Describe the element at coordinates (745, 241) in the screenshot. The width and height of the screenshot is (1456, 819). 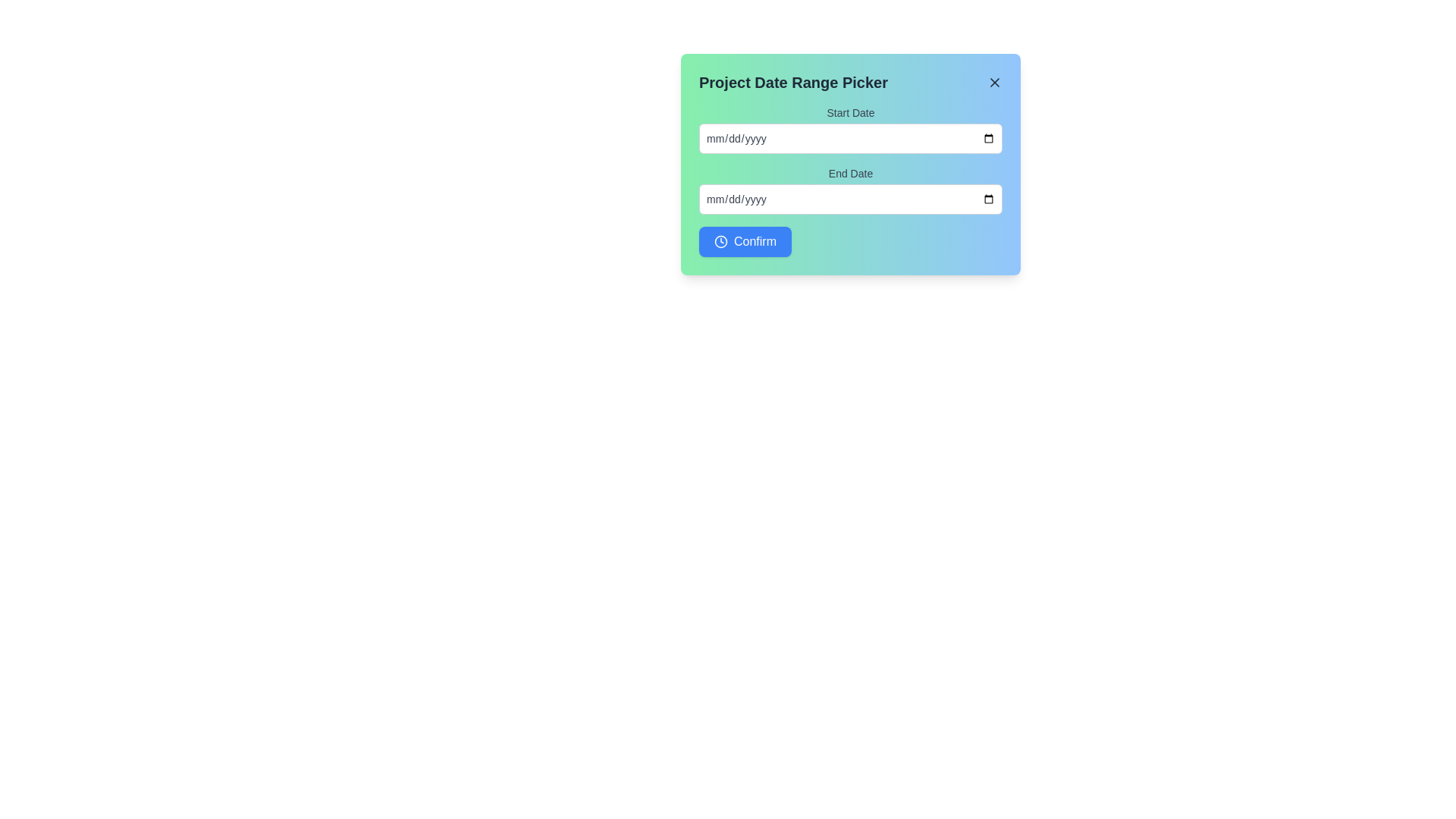
I see `the confirmation button located in the modal dialog titled 'Project Date Range Picker', positioned below the 'End Date' input field in the bottom-left corner` at that location.